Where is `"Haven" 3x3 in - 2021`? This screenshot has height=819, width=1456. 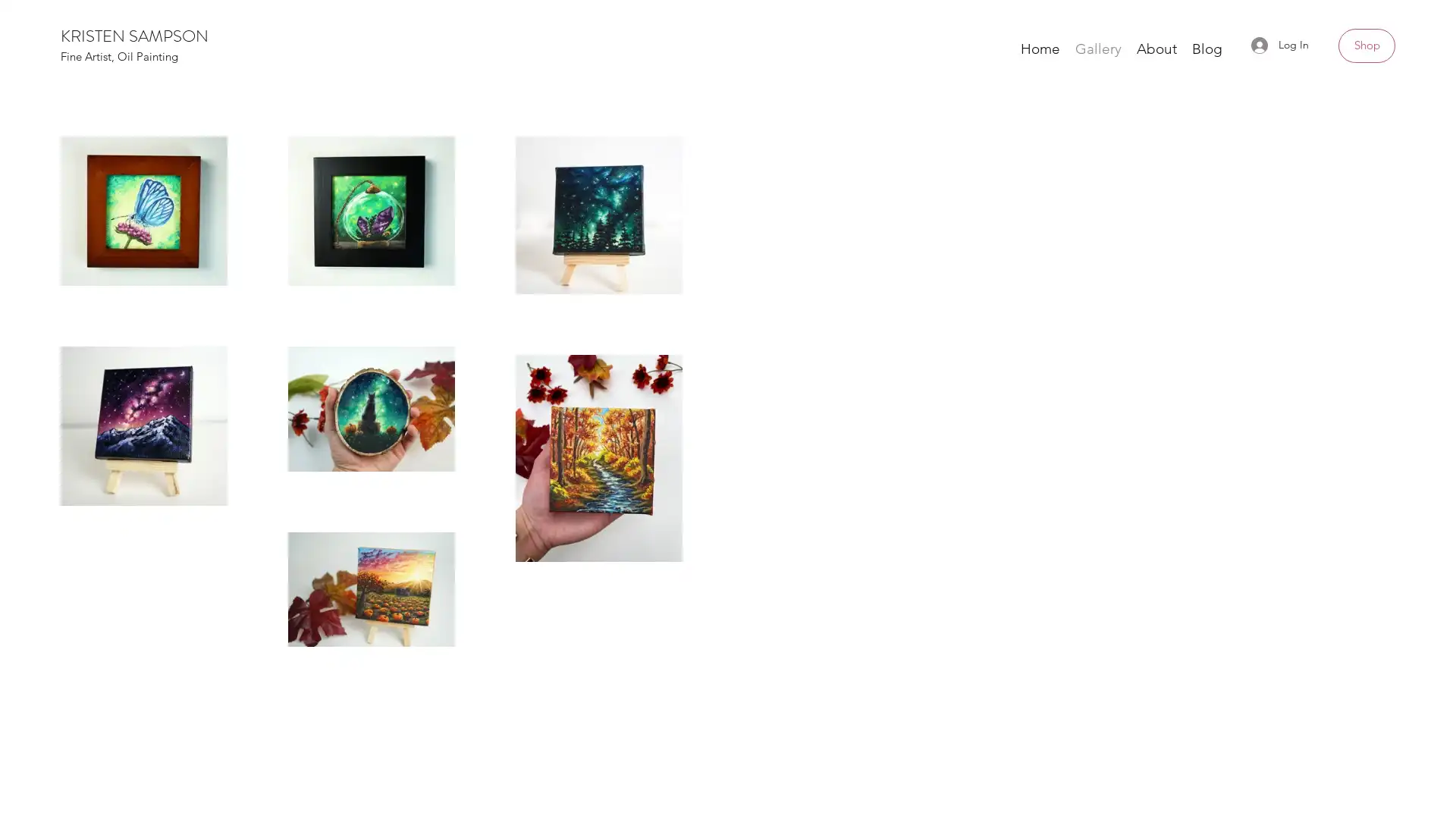 "Haven" 3x3 in - 2021 is located at coordinates (262, 316).